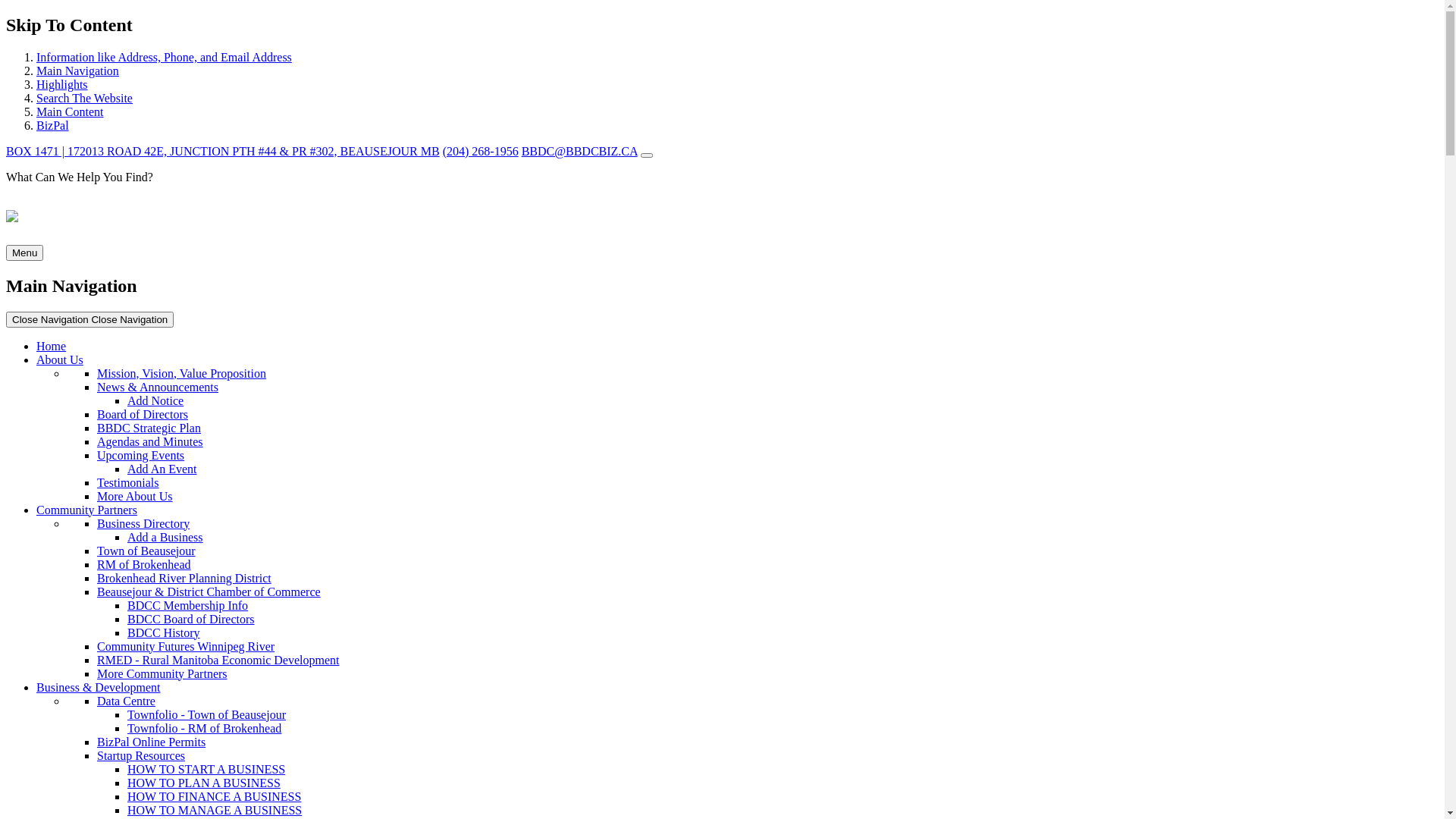  Describe the element at coordinates (647, 155) in the screenshot. I see `'Know the current weather in BEAUSEJOUR MB'` at that location.